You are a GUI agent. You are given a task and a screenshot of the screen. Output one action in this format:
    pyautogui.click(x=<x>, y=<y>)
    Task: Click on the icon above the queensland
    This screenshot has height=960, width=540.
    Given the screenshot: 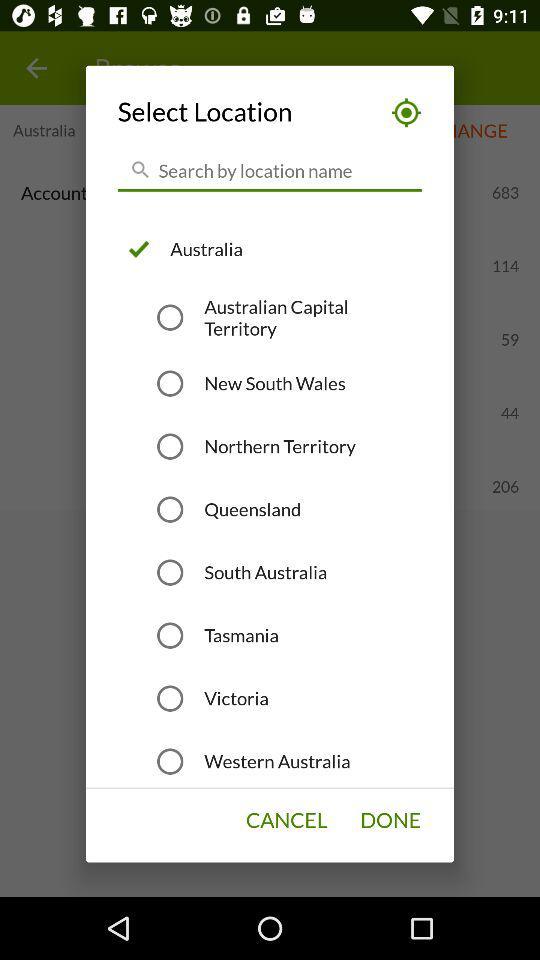 What is the action you would take?
    pyautogui.click(x=279, y=446)
    